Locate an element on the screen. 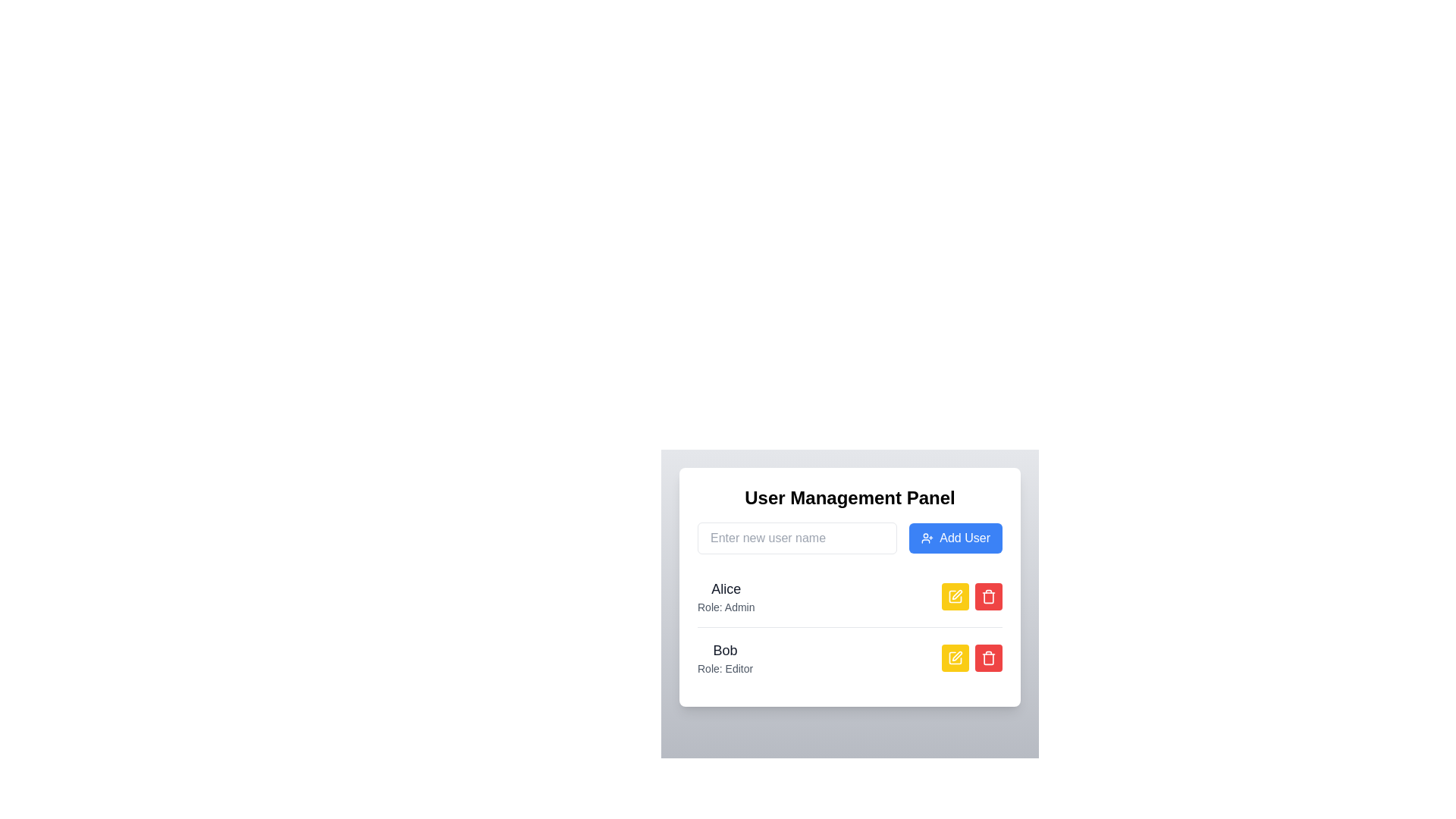 This screenshot has height=819, width=1456. the small pen outline icon within a yellow rounded square, located in the second row of user entries for 'Bob: Role - Editor.' is located at coordinates (954, 657).